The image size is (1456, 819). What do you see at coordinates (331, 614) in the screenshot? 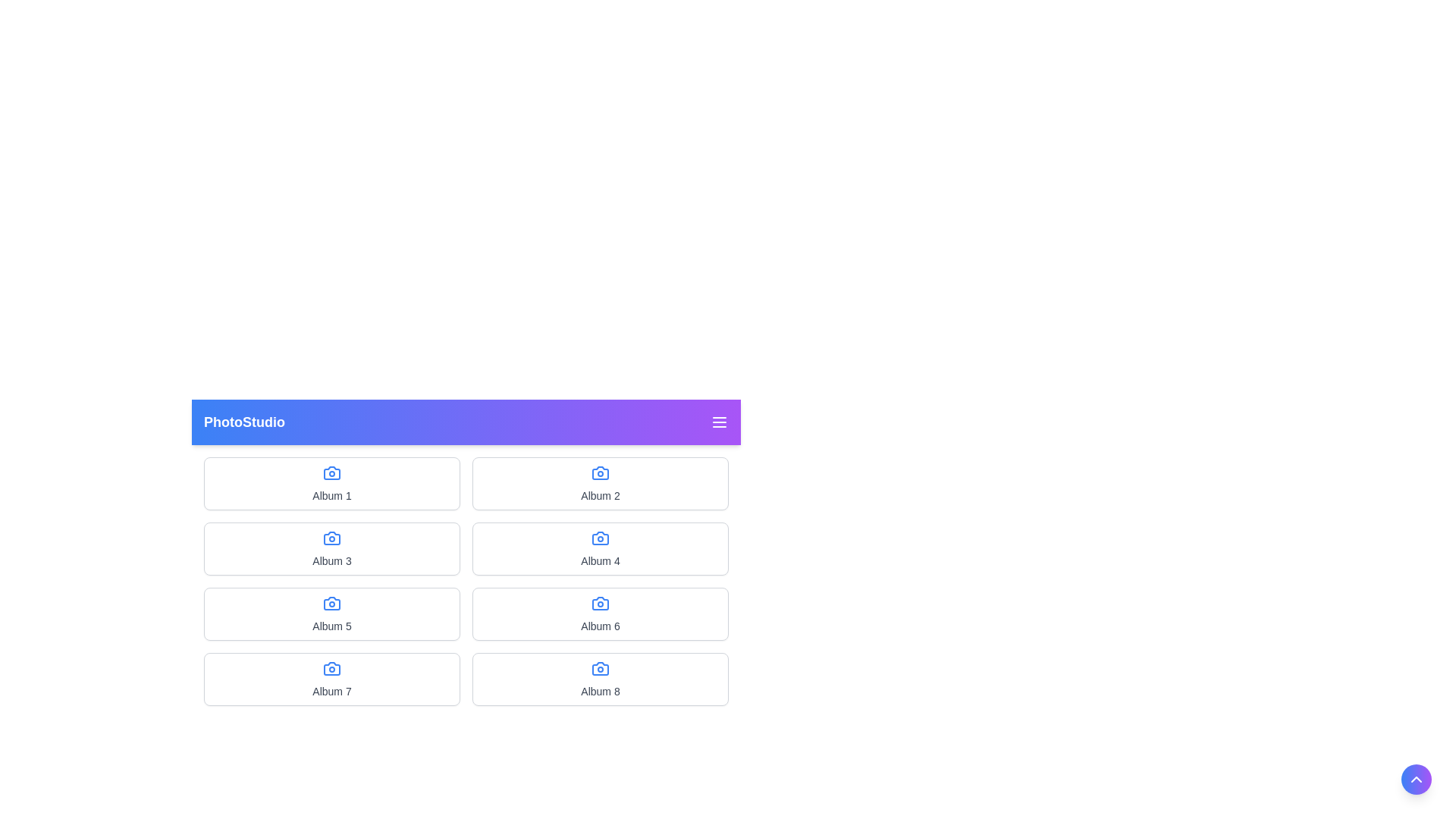
I see `the leftmost album card in the third row of the grid layout` at bounding box center [331, 614].